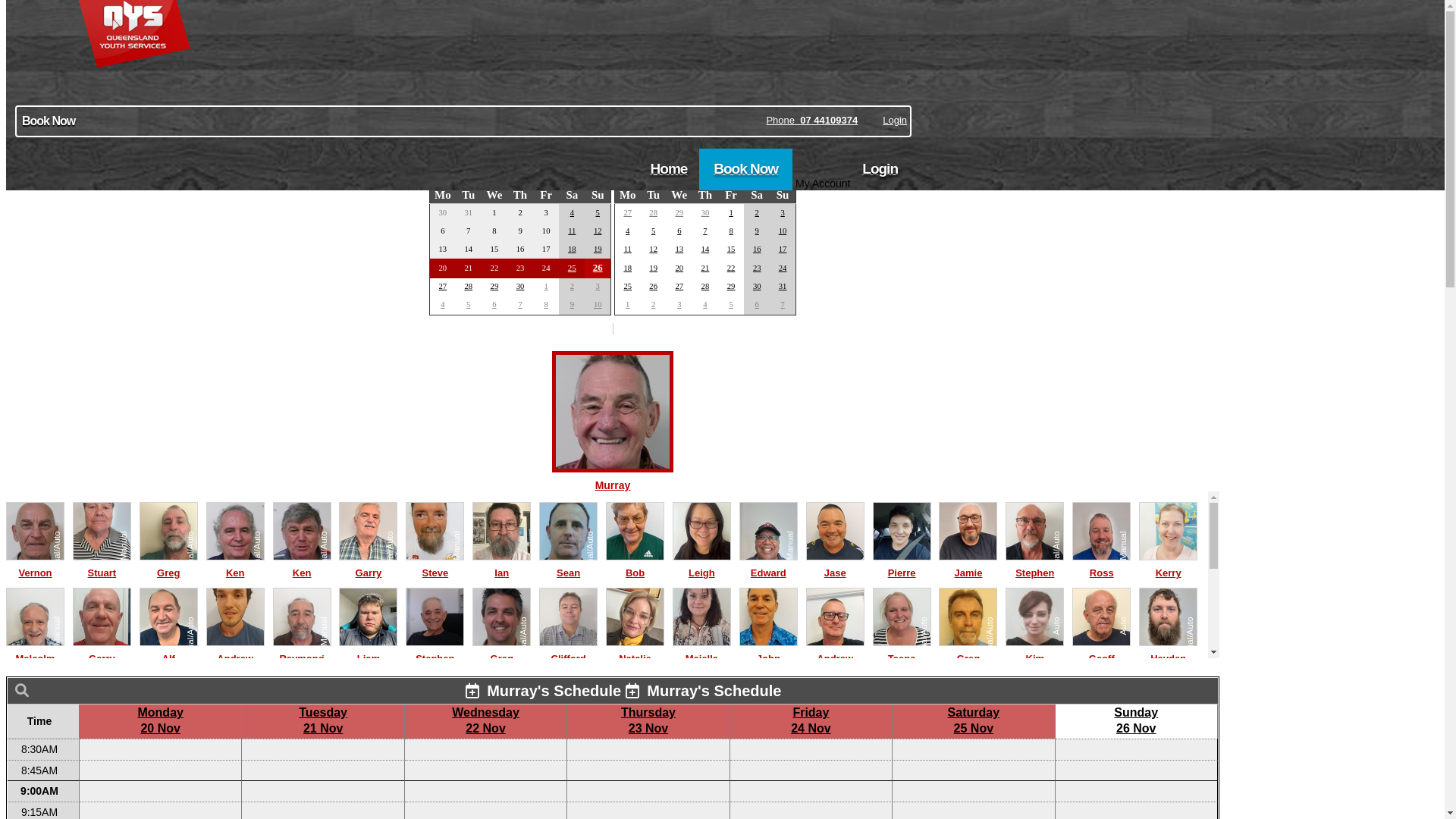 Image resolution: width=1456 pixels, height=819 pixels. Describe the element at coordinates (472, 650) in the screenshot. I see `'Greg` at that location.